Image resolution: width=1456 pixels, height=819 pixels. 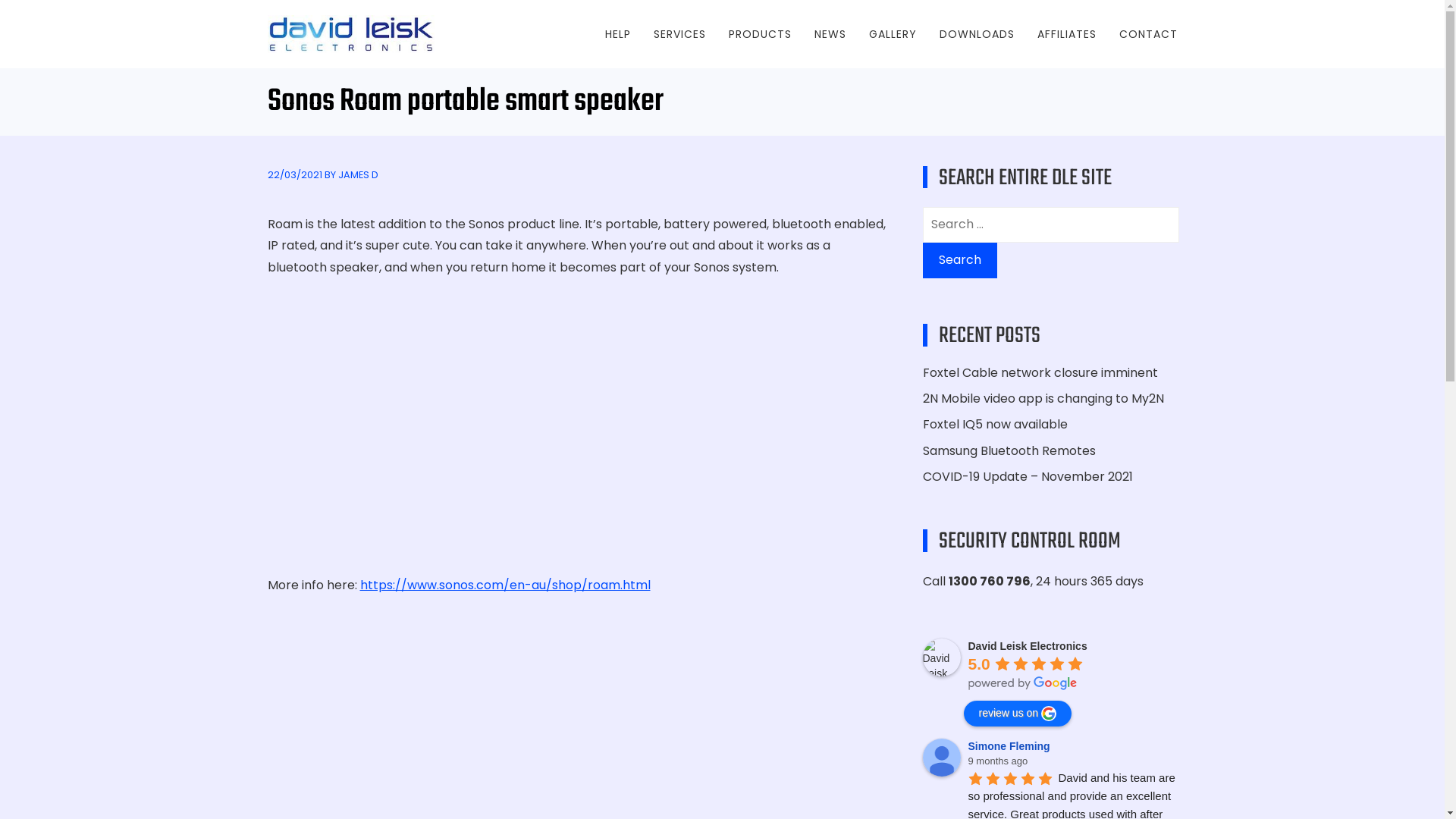 I want to click on 'Simone Fleming', so click(x=1011, y=745).